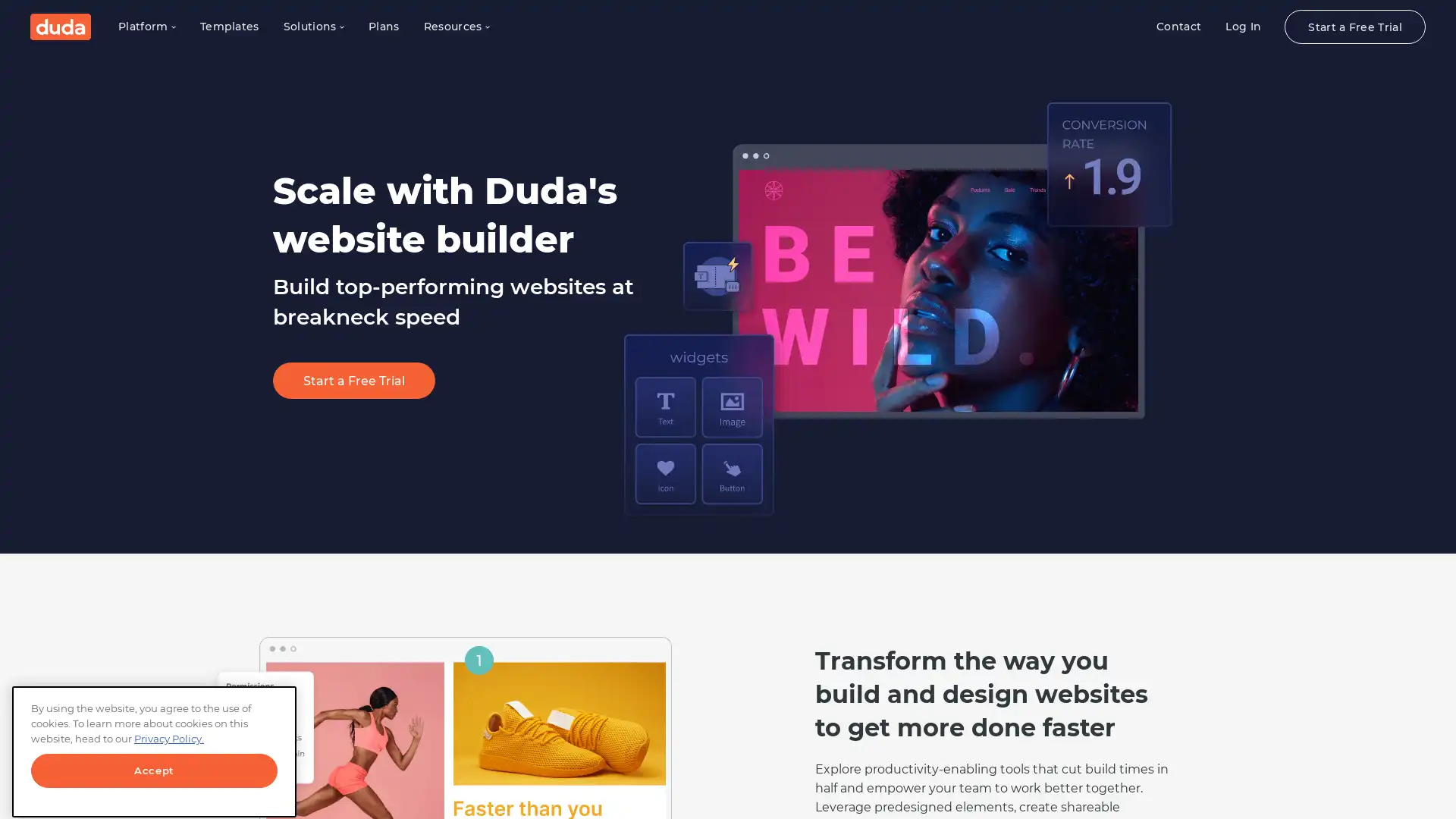  I want to click on Accept, so click(154, 760).